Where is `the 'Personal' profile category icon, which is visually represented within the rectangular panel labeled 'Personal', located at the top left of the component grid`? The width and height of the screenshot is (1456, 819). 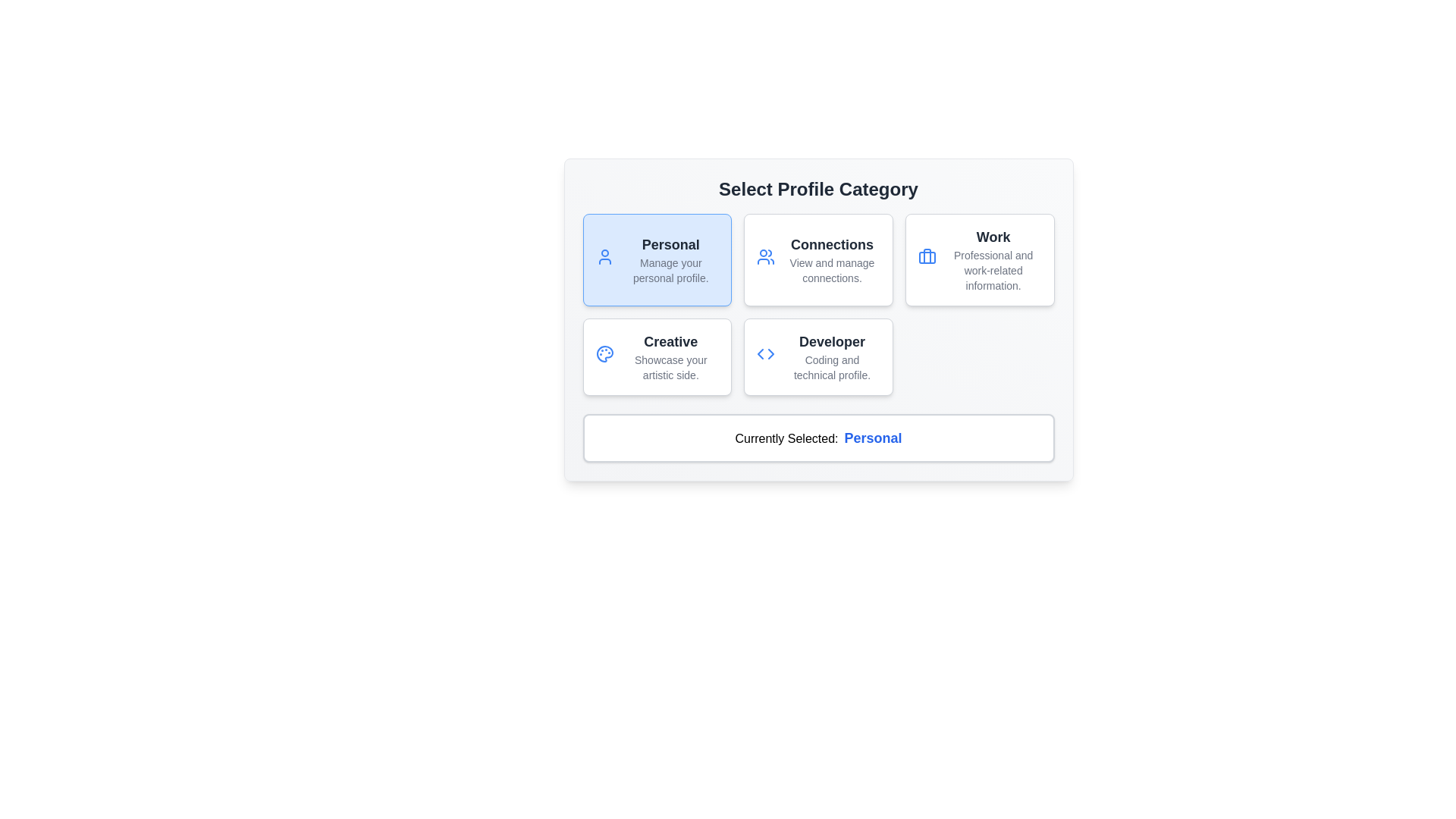
the 'Personal' profile category icon, which is visually represented within the rectangular panel labeled 'Personal', located at the top left of the component grid is located at coordinates (604, 256).